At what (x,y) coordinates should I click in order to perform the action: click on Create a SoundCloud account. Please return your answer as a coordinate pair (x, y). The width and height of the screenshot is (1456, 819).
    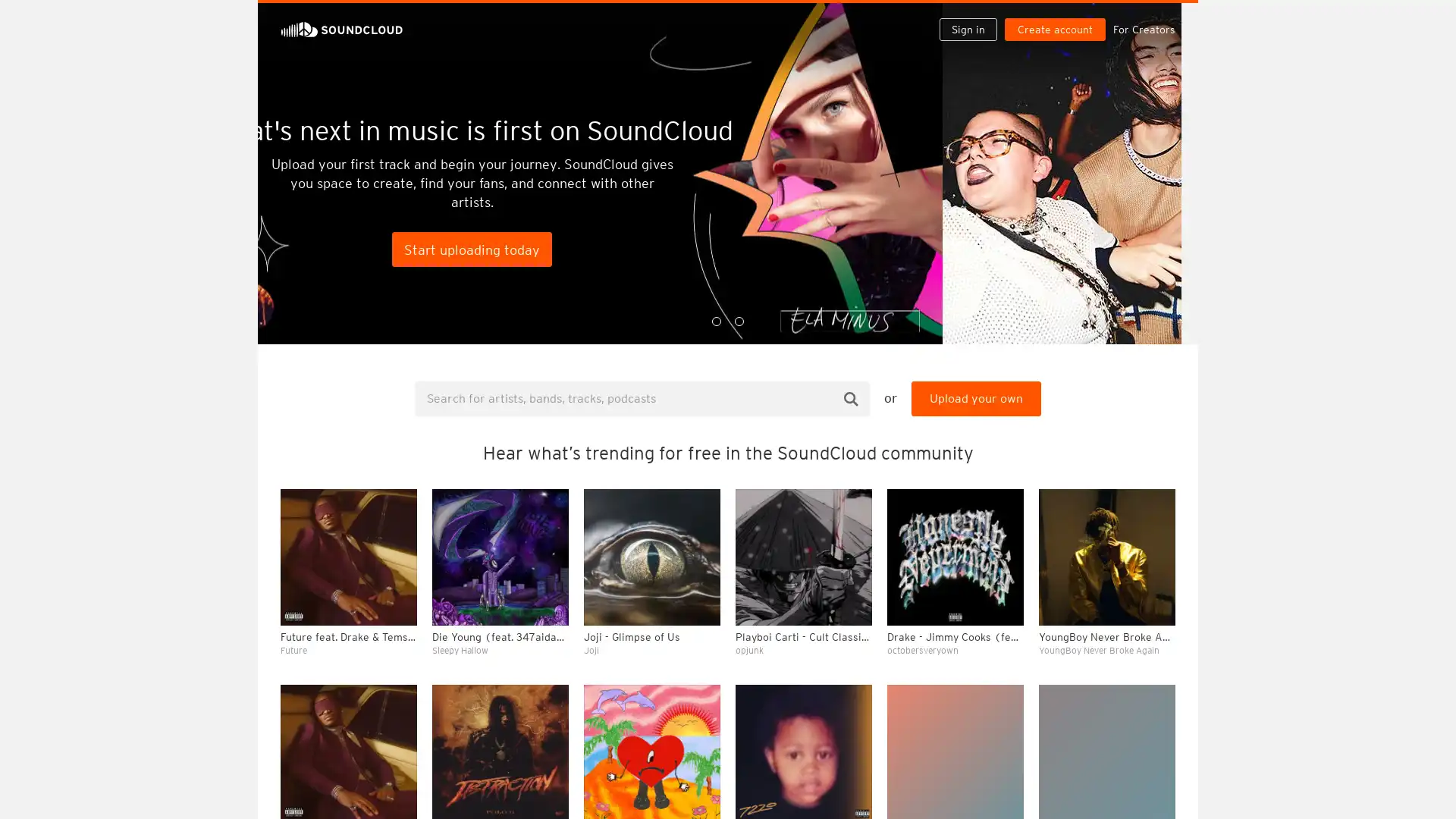
    Looking at the image, I should click on (1058, 17).